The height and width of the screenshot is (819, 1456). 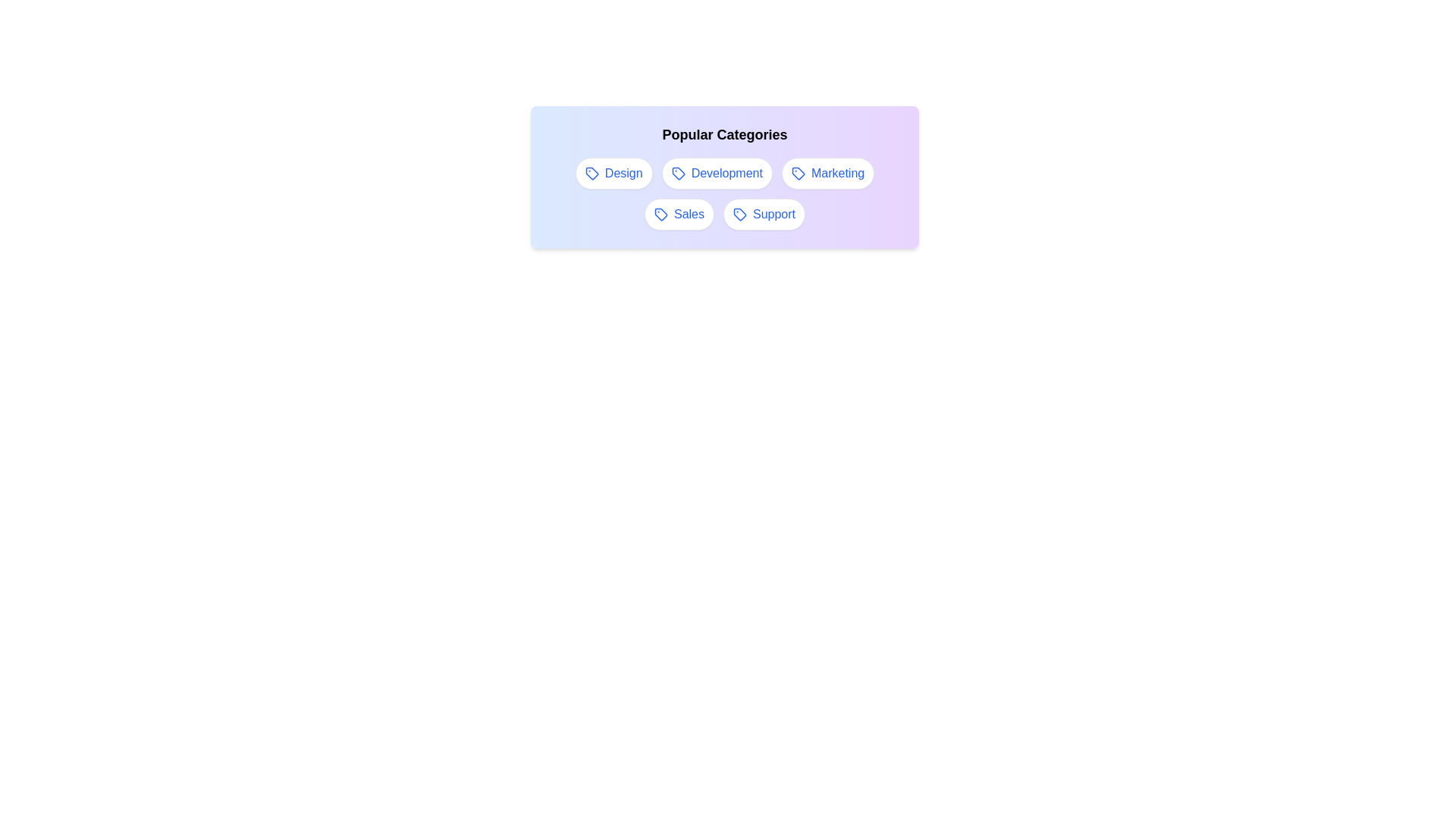 What do you see at coordinates (764, 214) in the screenshot?
I see `the Support tag to select it` at bounding box center [764, 214].